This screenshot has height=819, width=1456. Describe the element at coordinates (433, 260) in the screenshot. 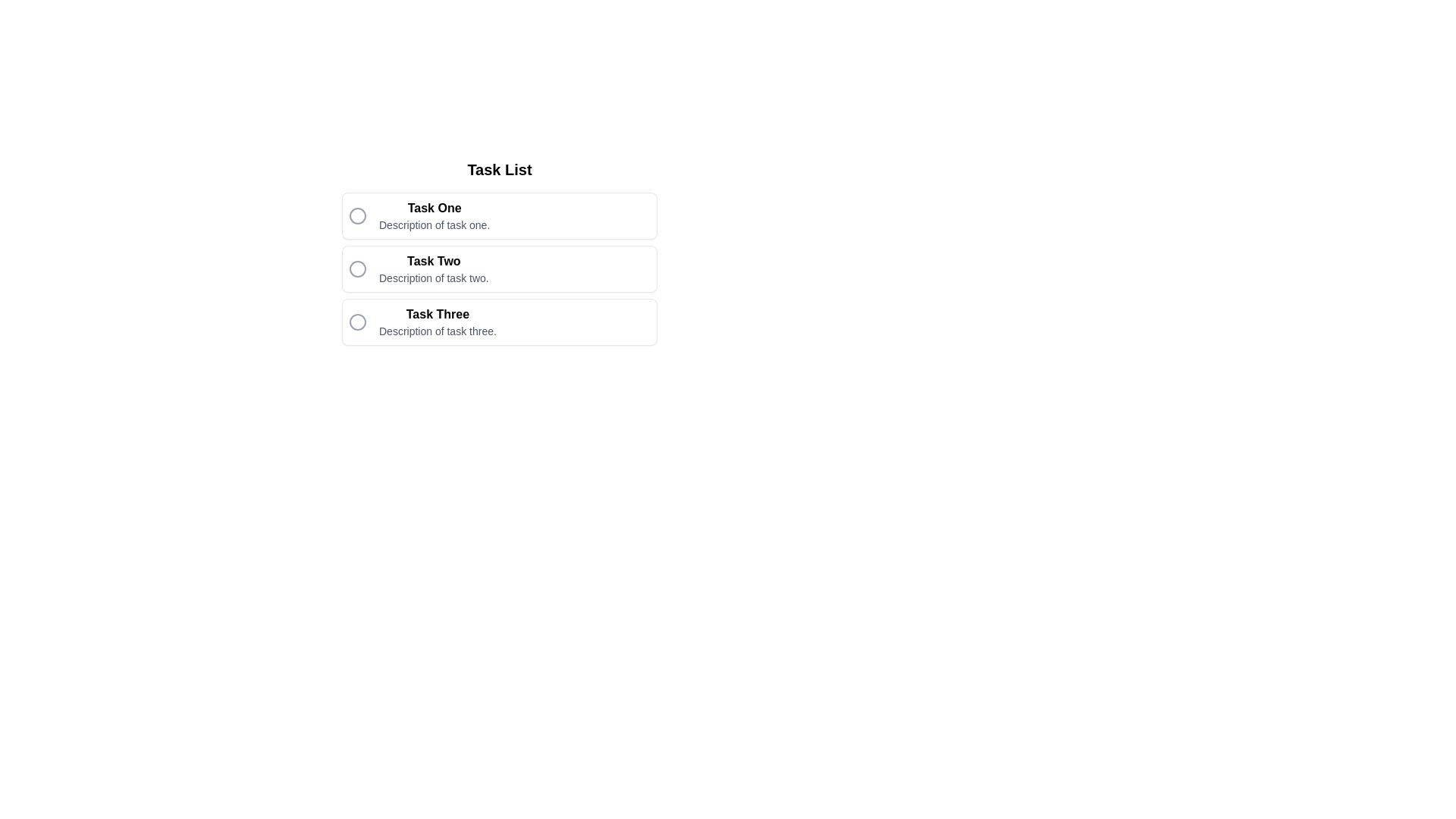

I see `the header text label for the second task in the task list, positioned centrally in the second row, below 'Task One' and above 'Task Three'` at that location.